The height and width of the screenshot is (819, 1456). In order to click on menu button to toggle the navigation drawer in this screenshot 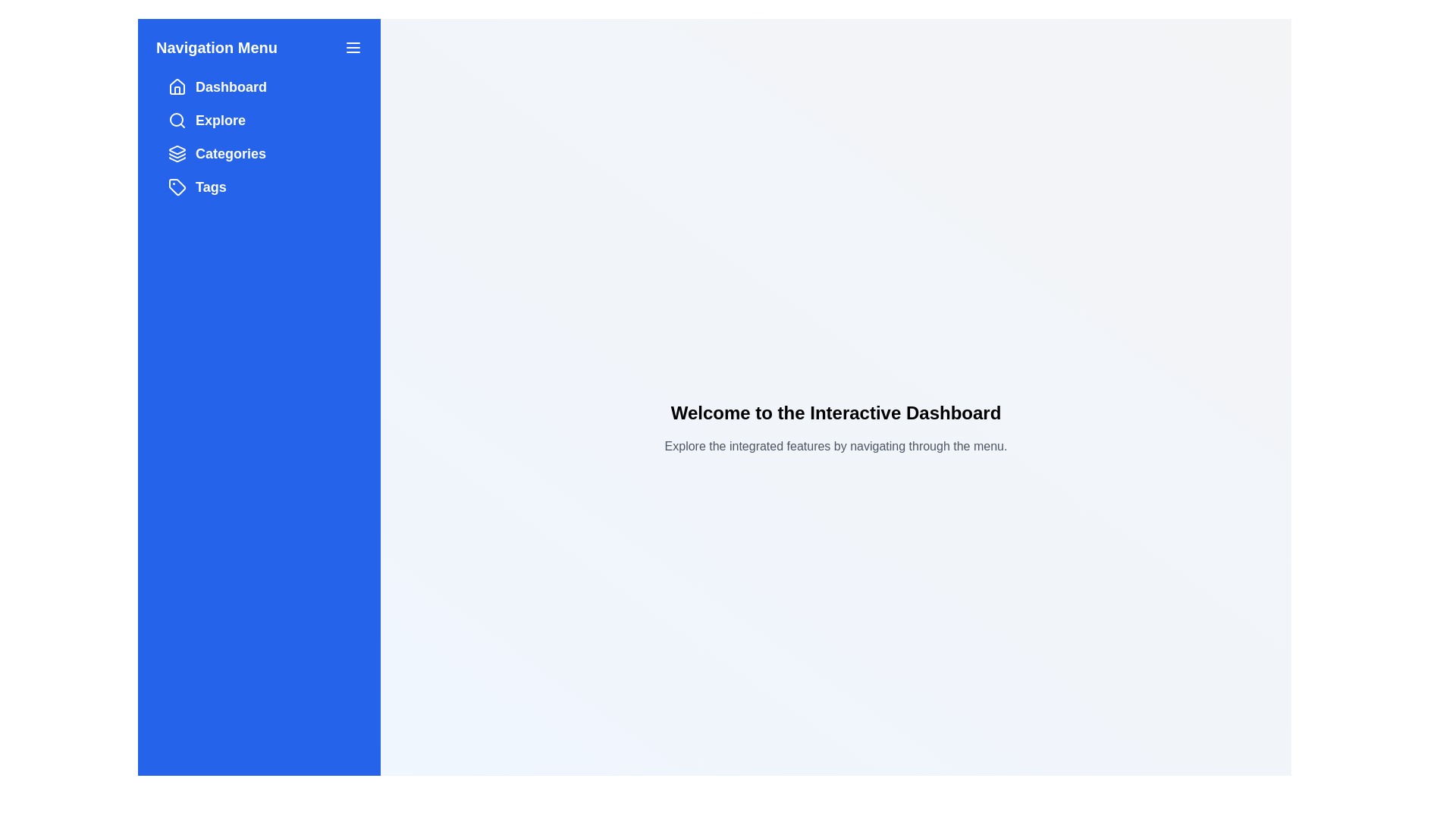, I will do `click(352, 46)`.